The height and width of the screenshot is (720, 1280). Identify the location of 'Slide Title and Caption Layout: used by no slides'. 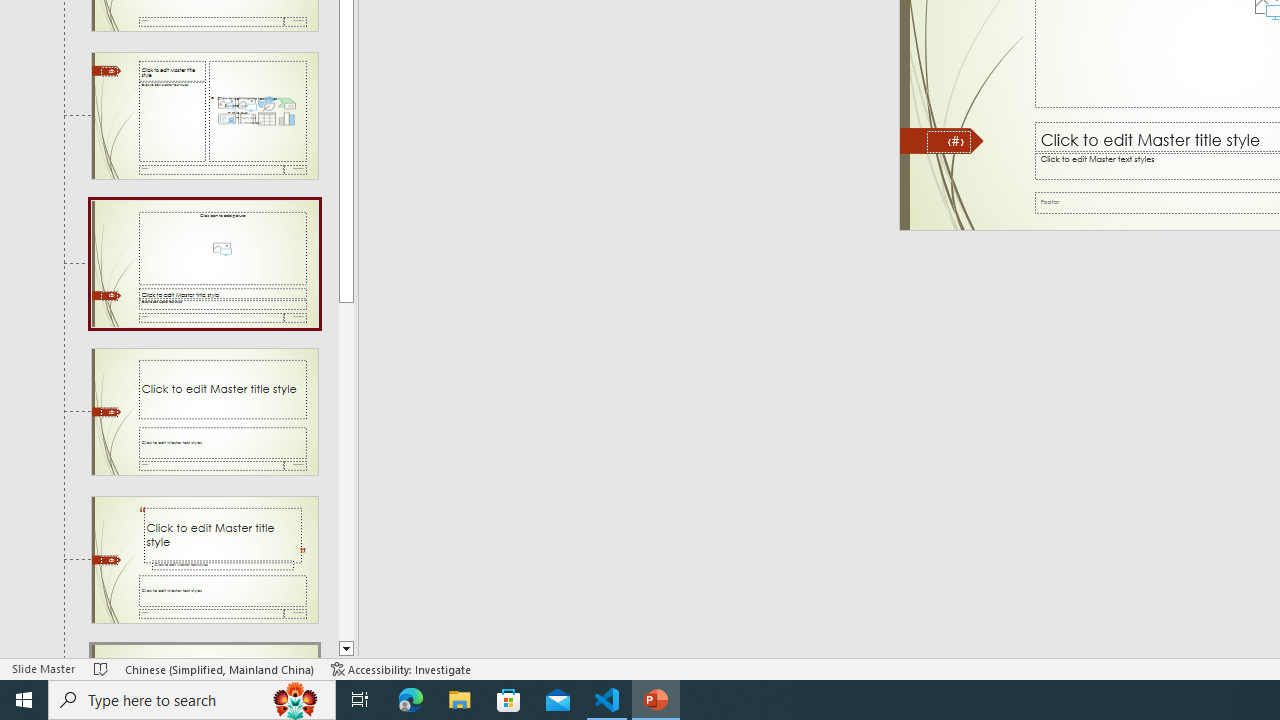
(204, 411).